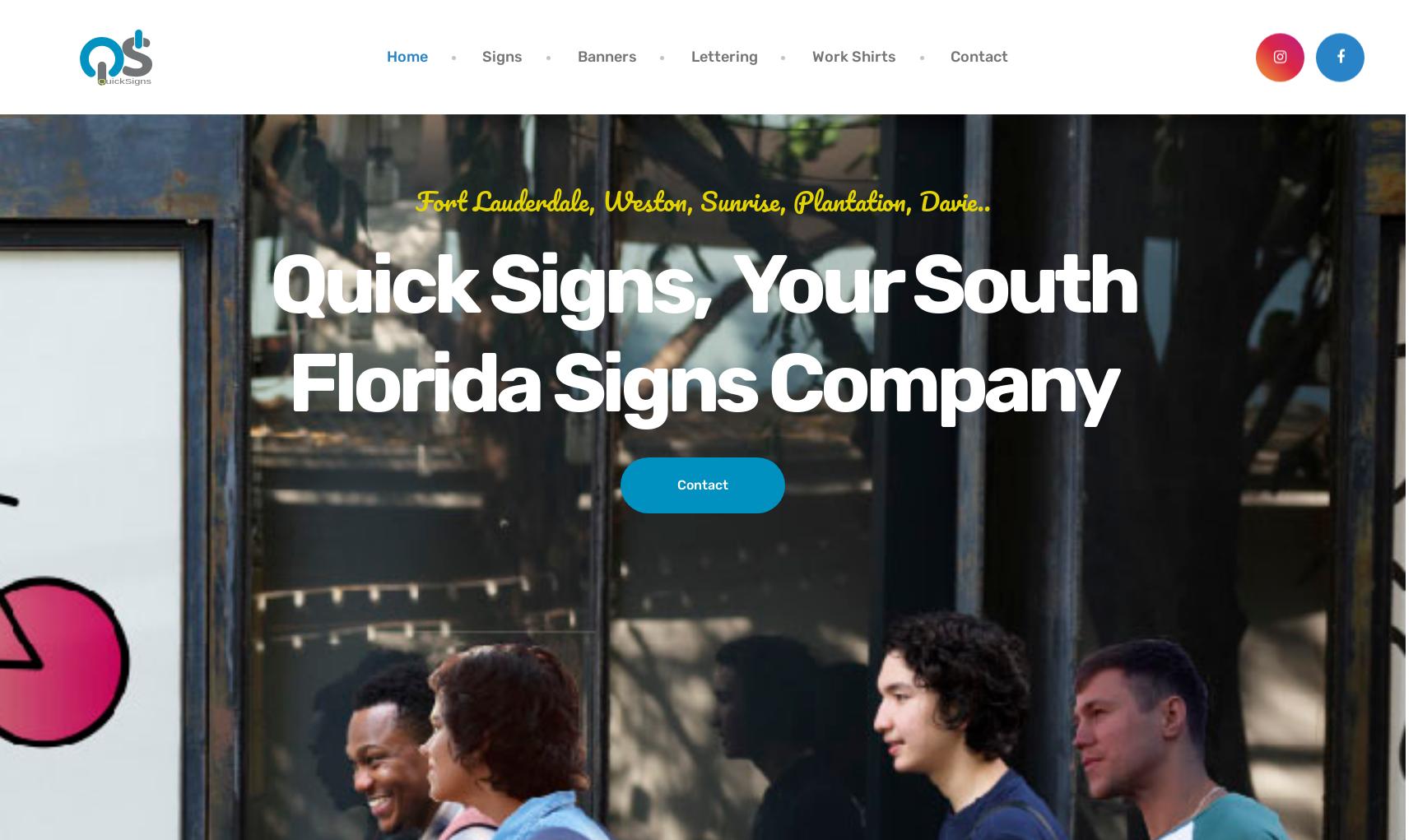  Describe the element at coordinates (681, 315) in the screenshot. I see `'Acrylic Signs'` at that location.